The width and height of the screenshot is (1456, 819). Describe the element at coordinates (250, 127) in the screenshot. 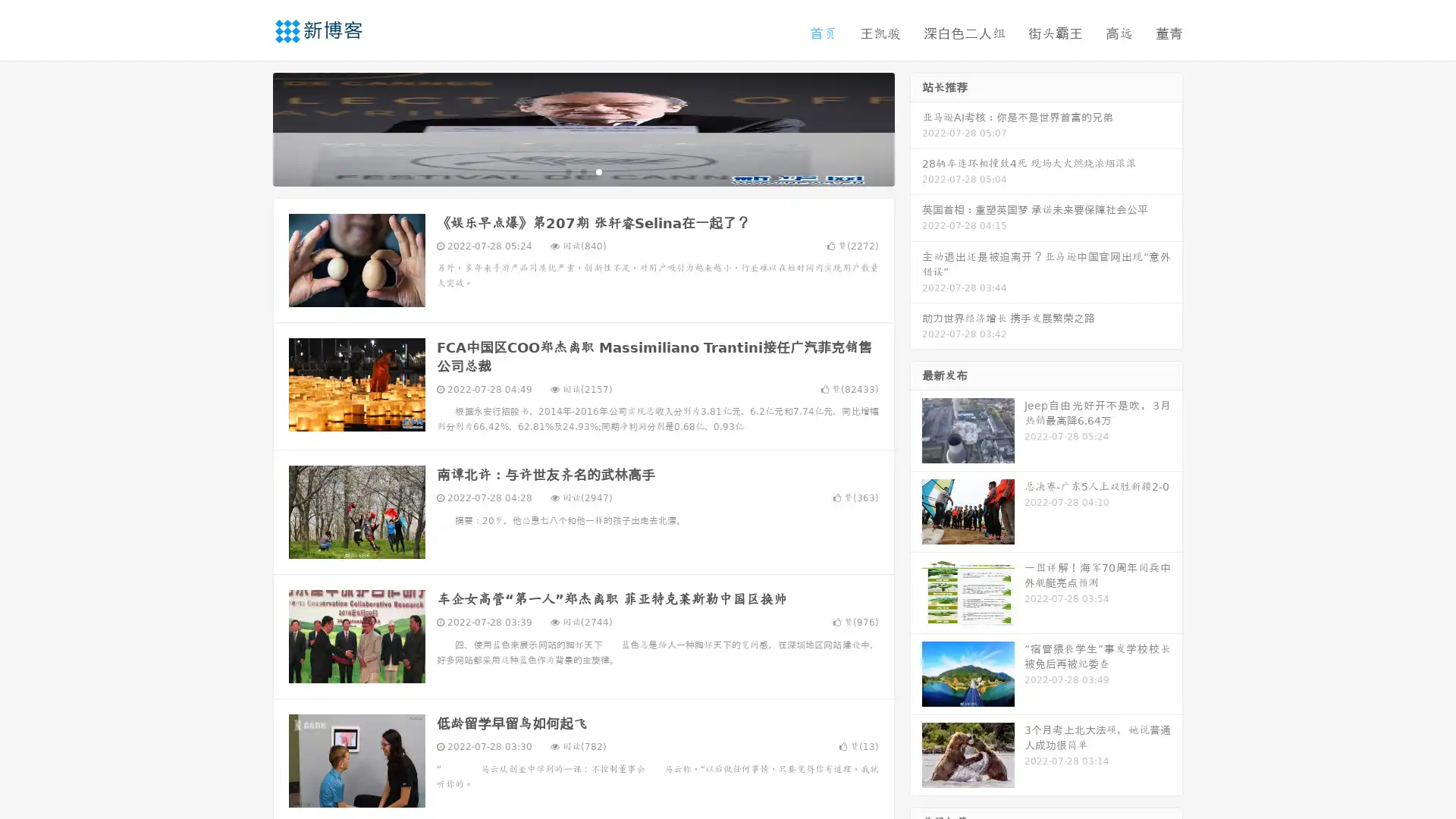

I see `Previous slide` at that location.